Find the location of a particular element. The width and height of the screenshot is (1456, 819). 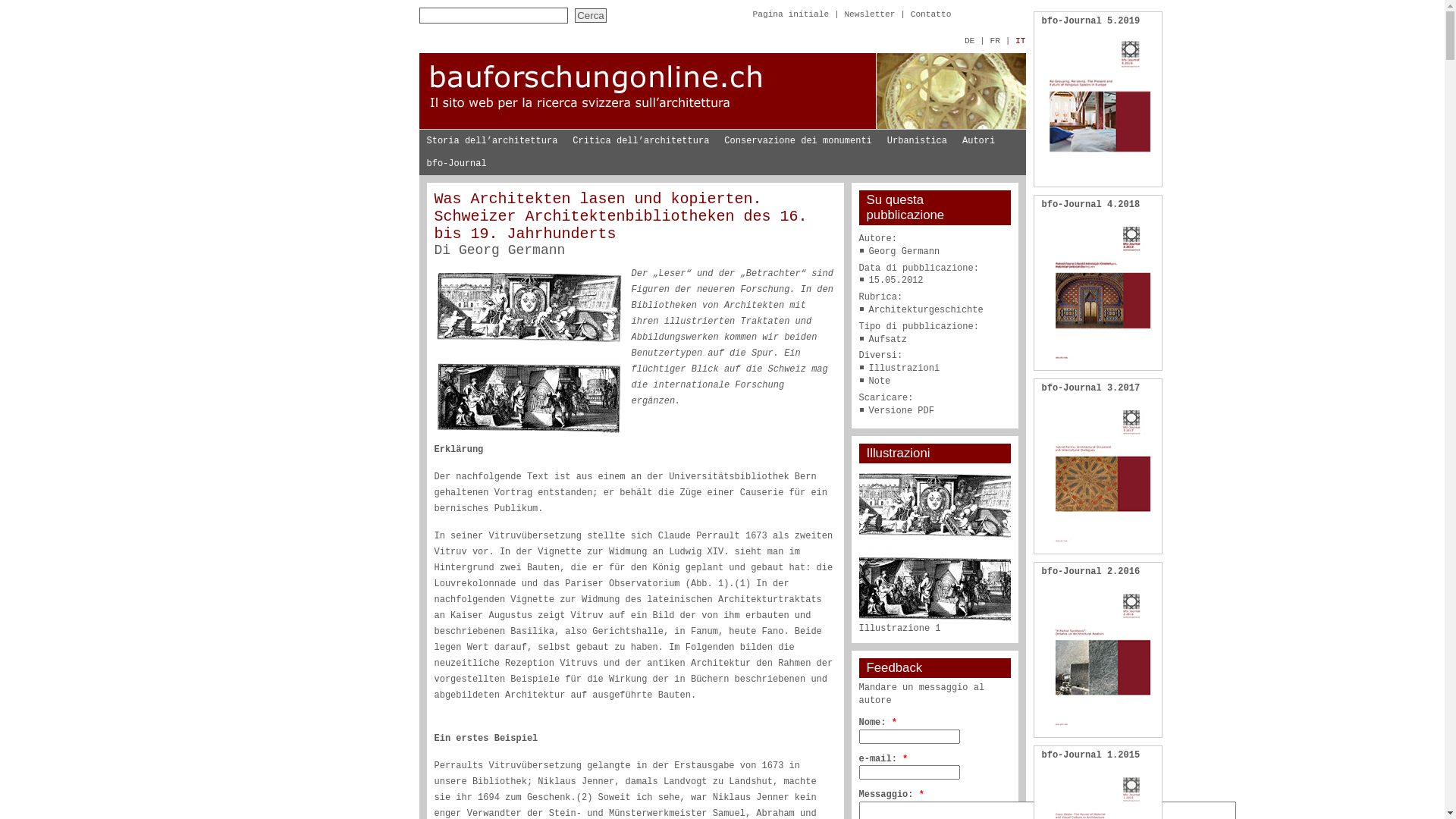

'bfo-Journal' is located at coordinates (419, 164).